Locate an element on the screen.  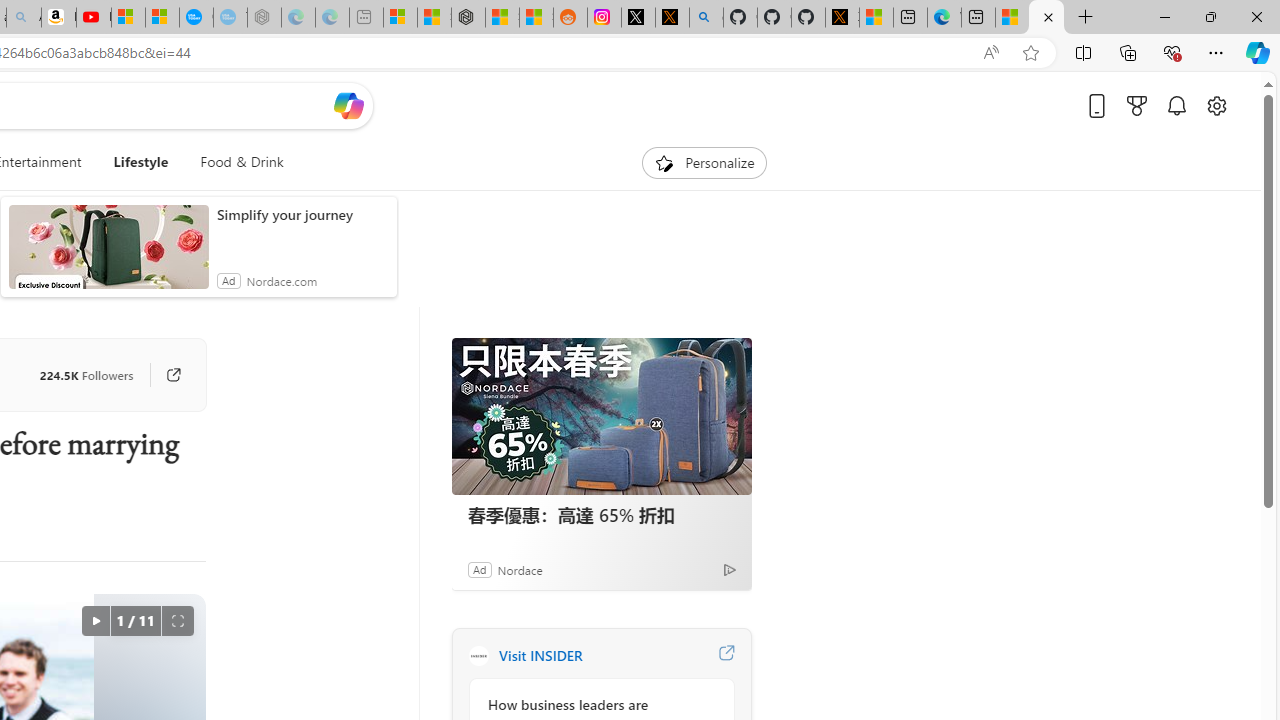
'Lifestyle' is located at coordinates (139, 162).